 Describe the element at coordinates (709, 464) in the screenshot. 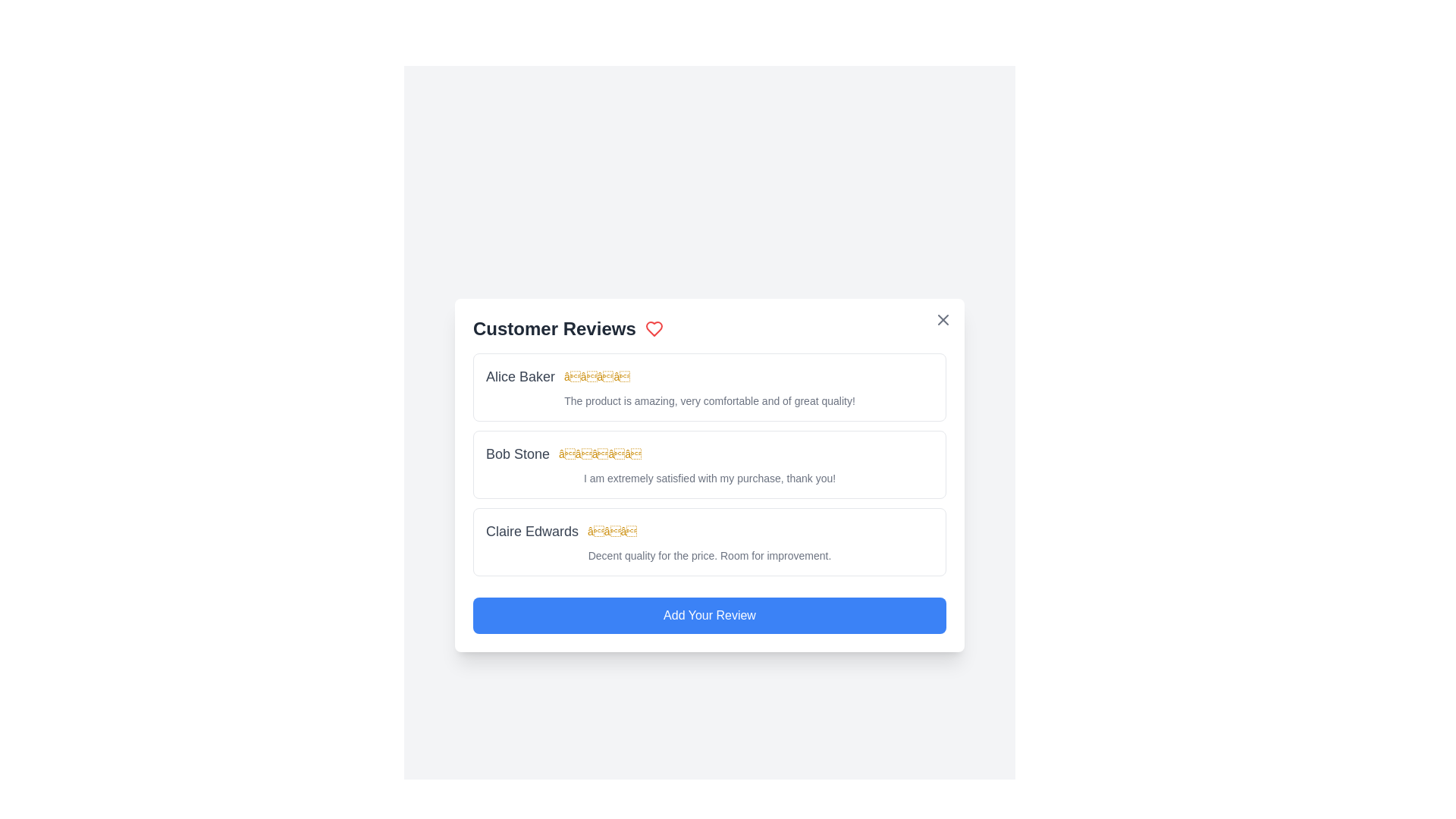

I see `the review of Bob Stone to observe any changes` at that location.